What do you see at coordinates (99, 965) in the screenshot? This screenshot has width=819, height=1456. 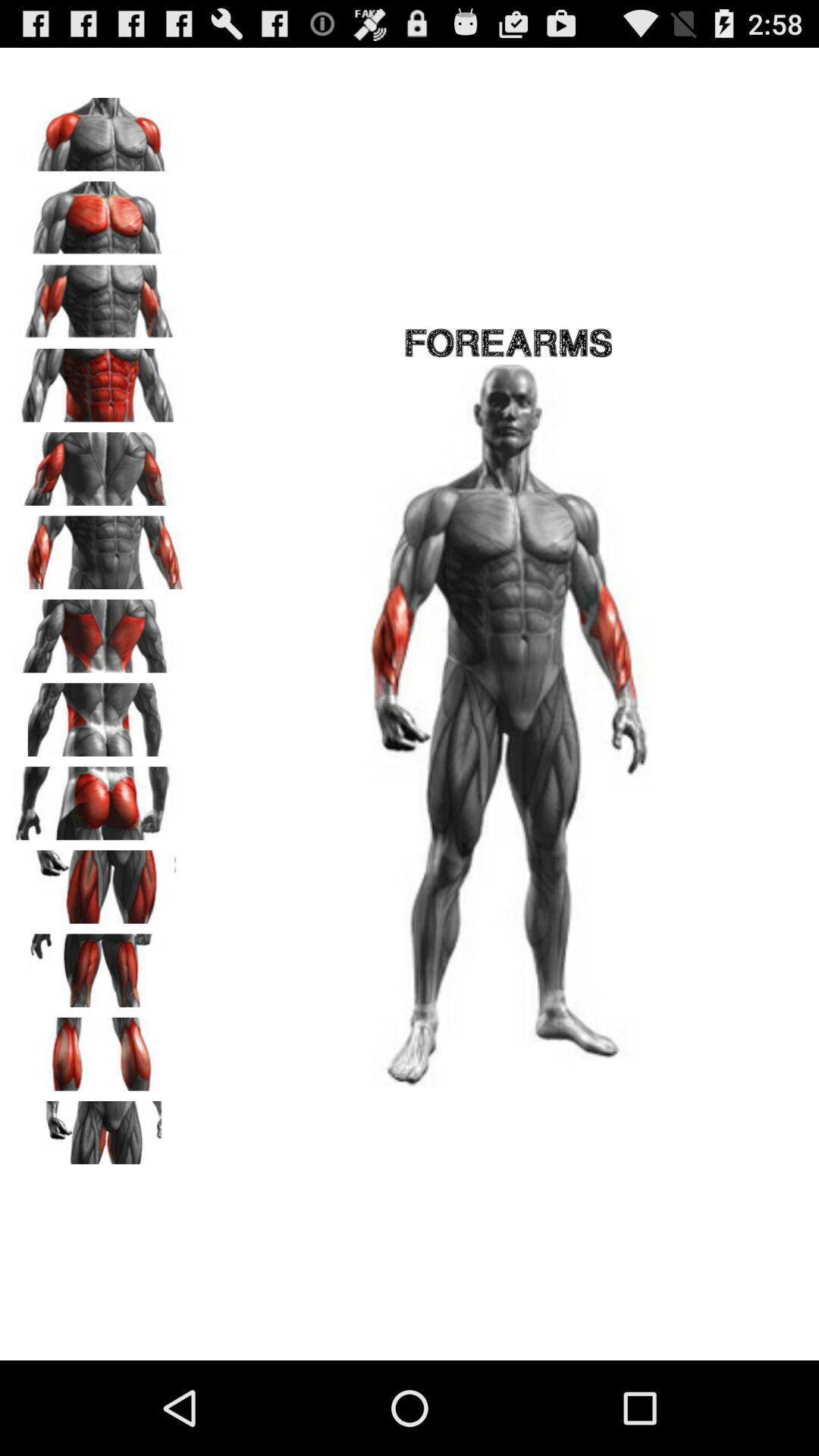 I see `hamstrings` at bounding box center [99, 965].